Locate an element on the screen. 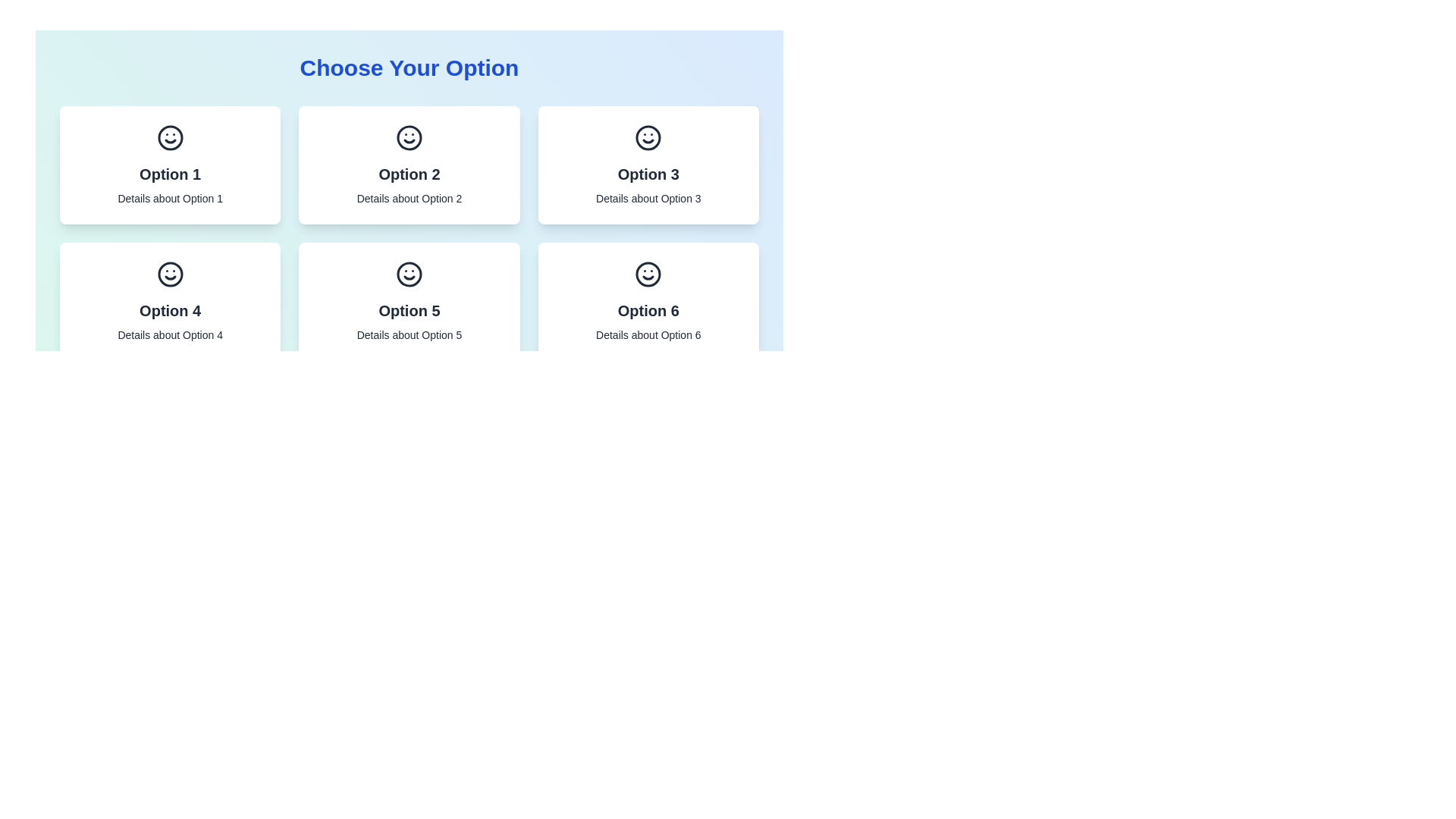 The height and width of the screenshot is (819, 1456). the decorative Graphical Circle element within the smiley face icon located in the bottom-right card labeled 'Option 6' is located at coordinates (648, 275).